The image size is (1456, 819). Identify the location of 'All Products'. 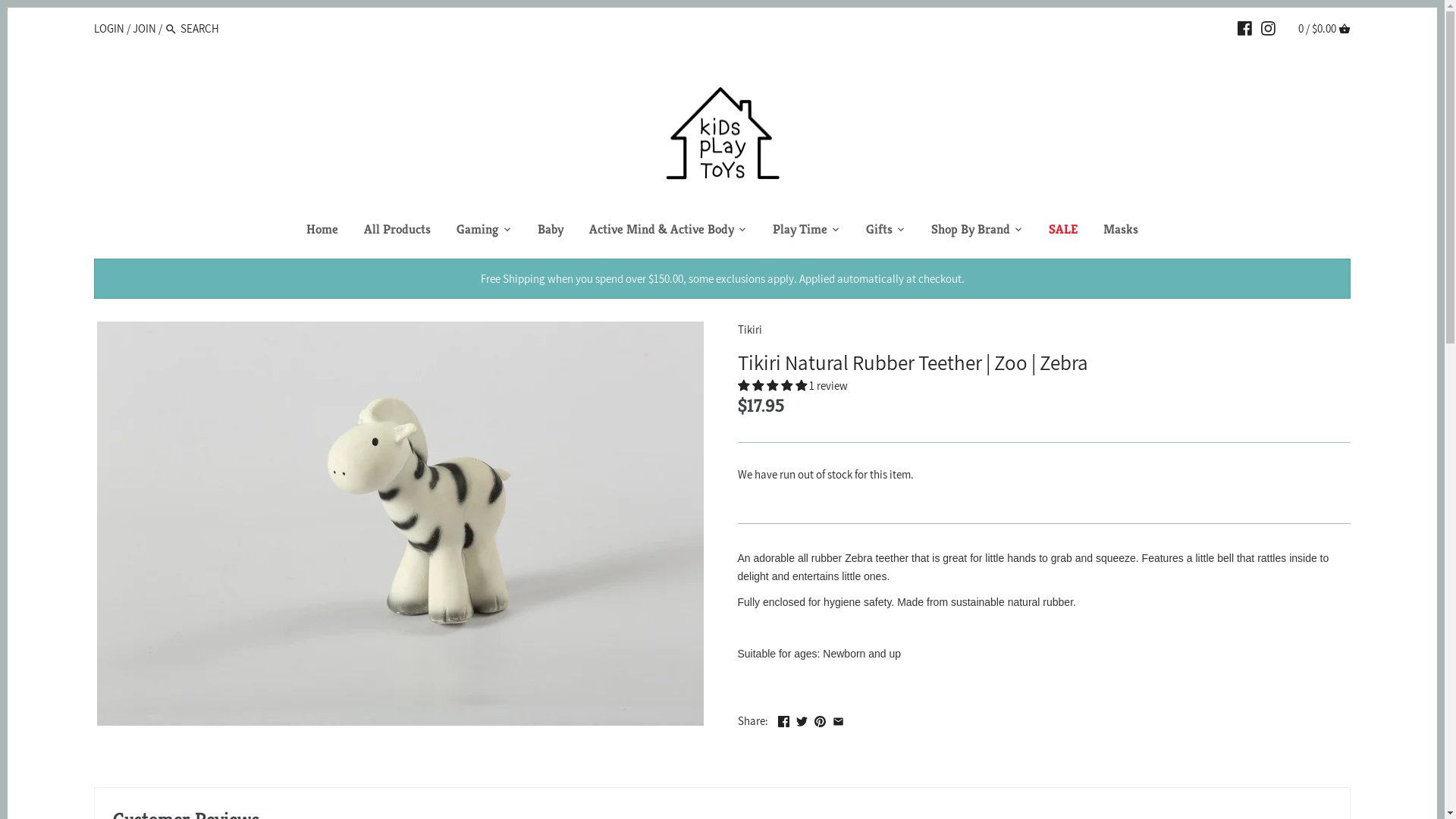
(397, 231).